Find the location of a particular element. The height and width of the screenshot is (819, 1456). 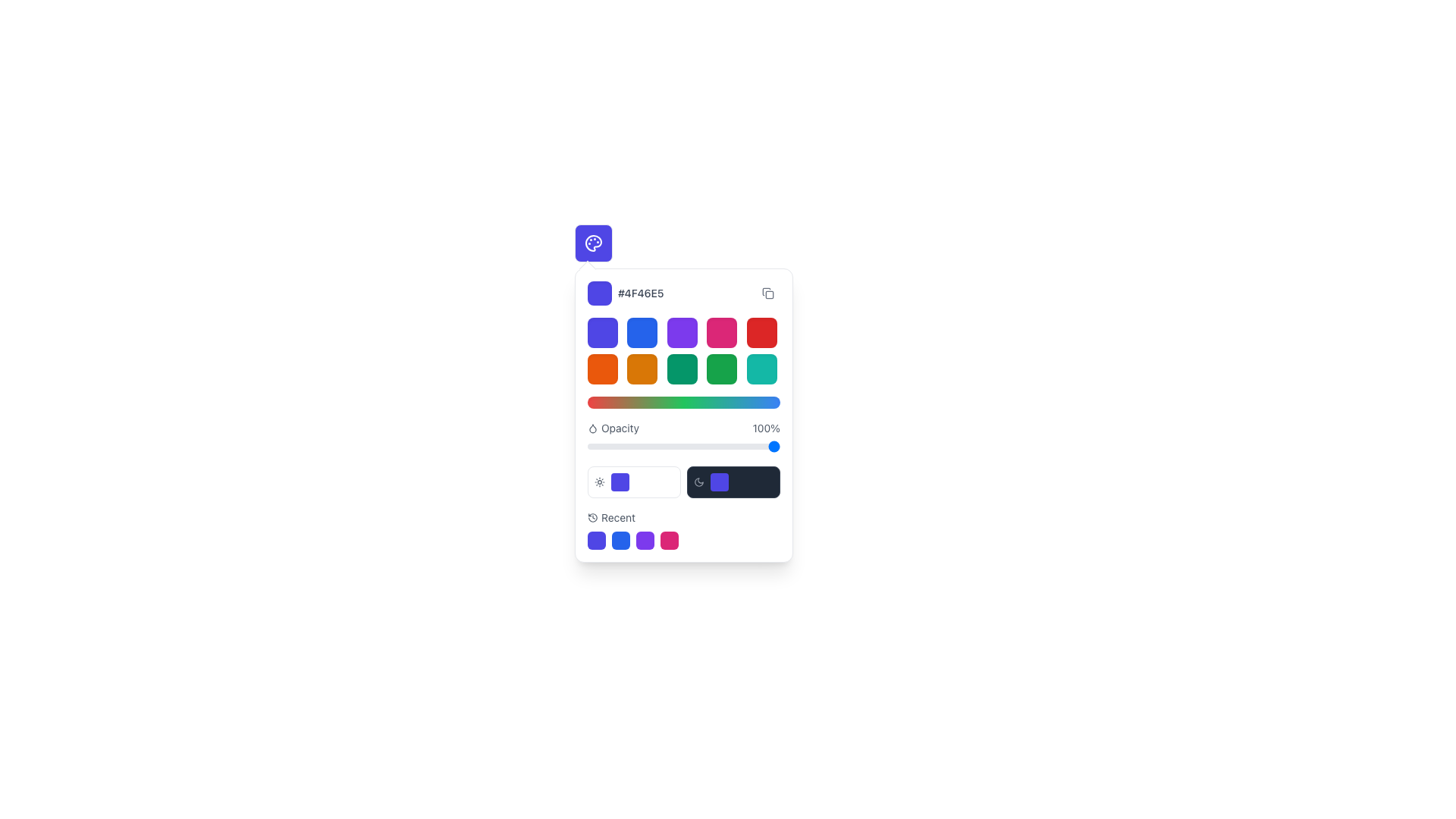

the circular palette icon with a bright blue background is located at coordinates (592, 242).